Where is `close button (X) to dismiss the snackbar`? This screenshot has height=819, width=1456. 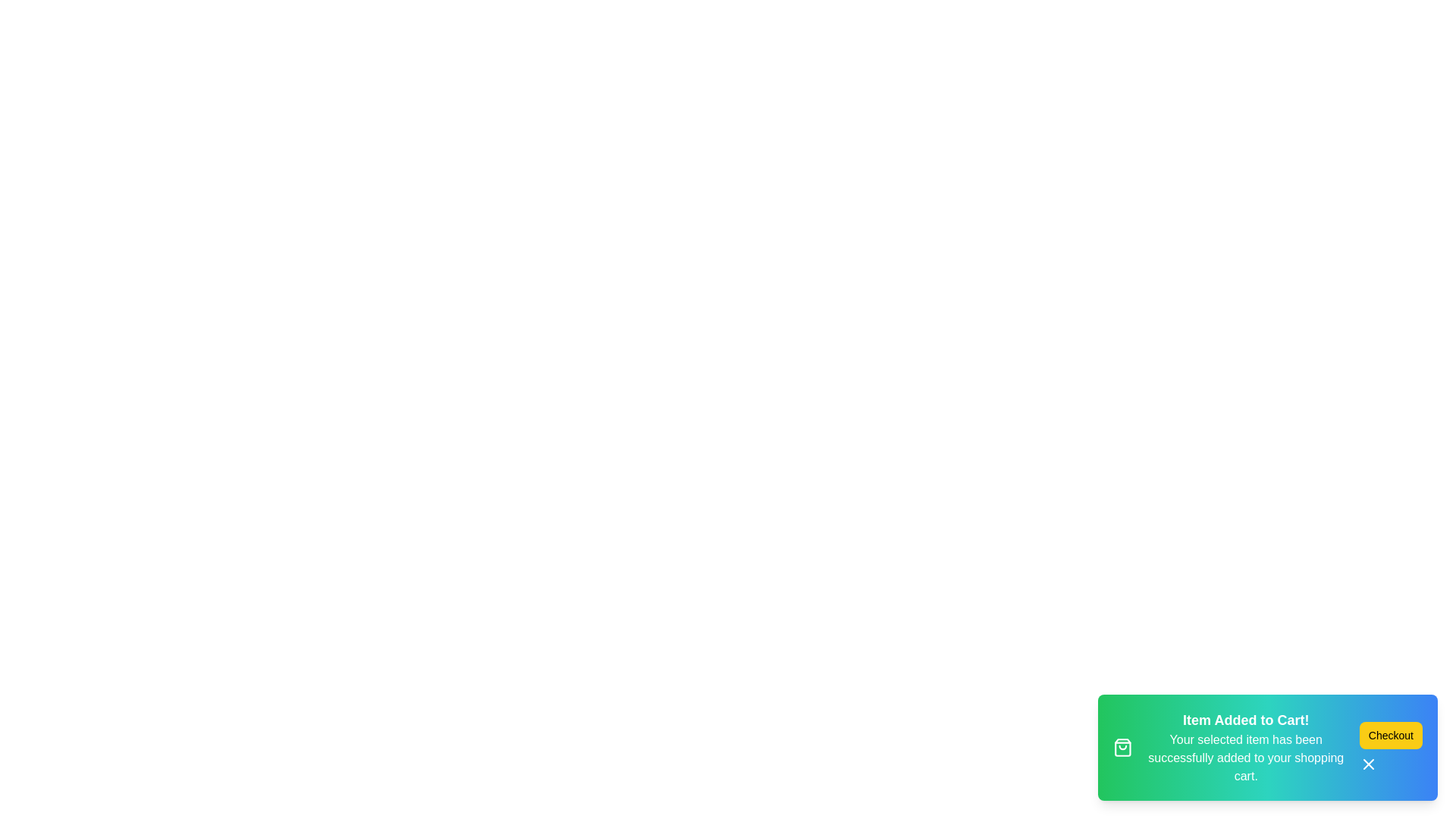 close button (X) to dismiss the snackbar is located at coordinates (1368, 764).